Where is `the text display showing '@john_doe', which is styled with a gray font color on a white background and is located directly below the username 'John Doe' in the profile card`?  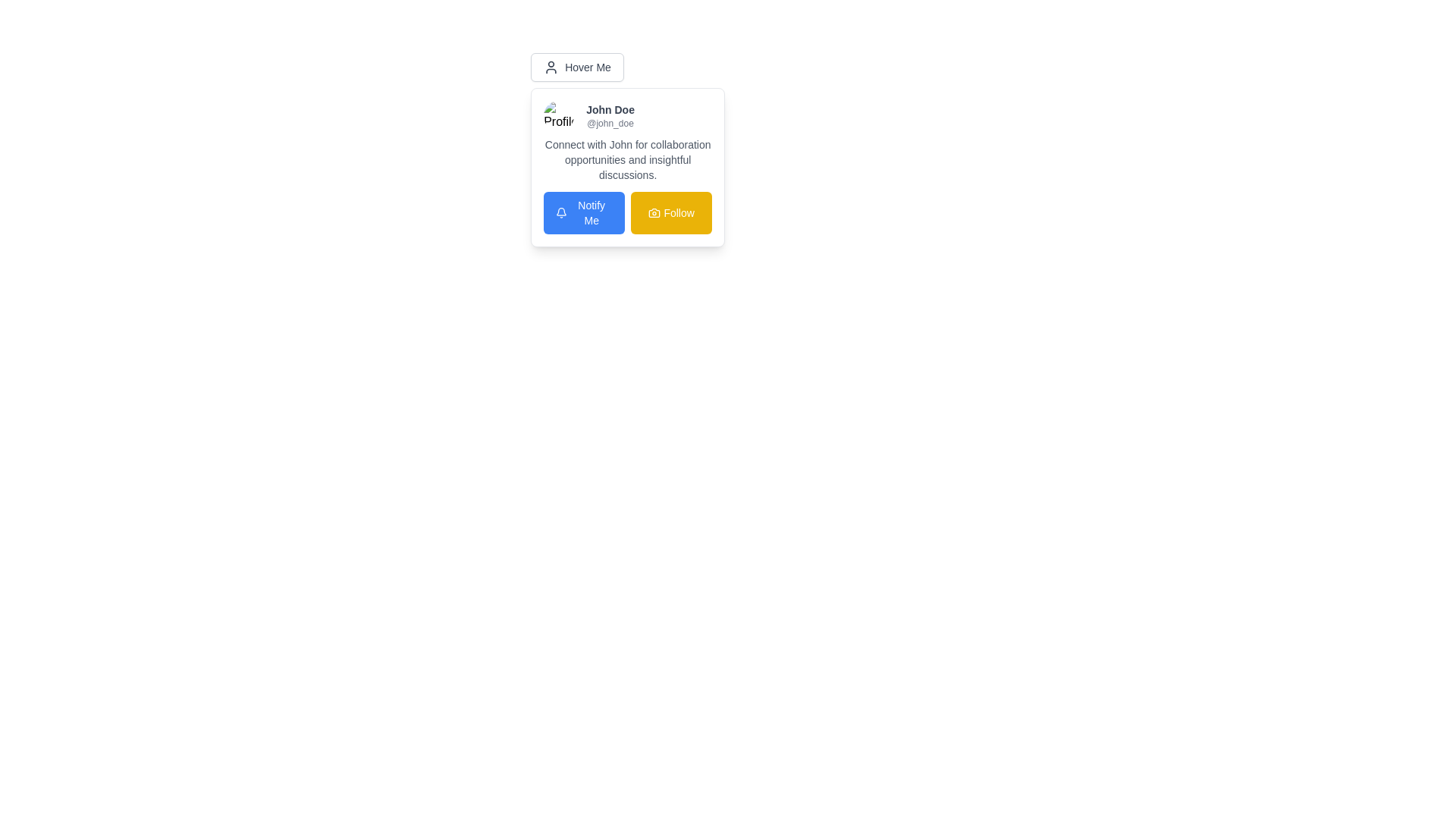 the text display showing '@john_doe', which is styled with a gray font color on a white background and is located directly below the username 'John Doe' in the profile card is located at coordinates (610, 122).